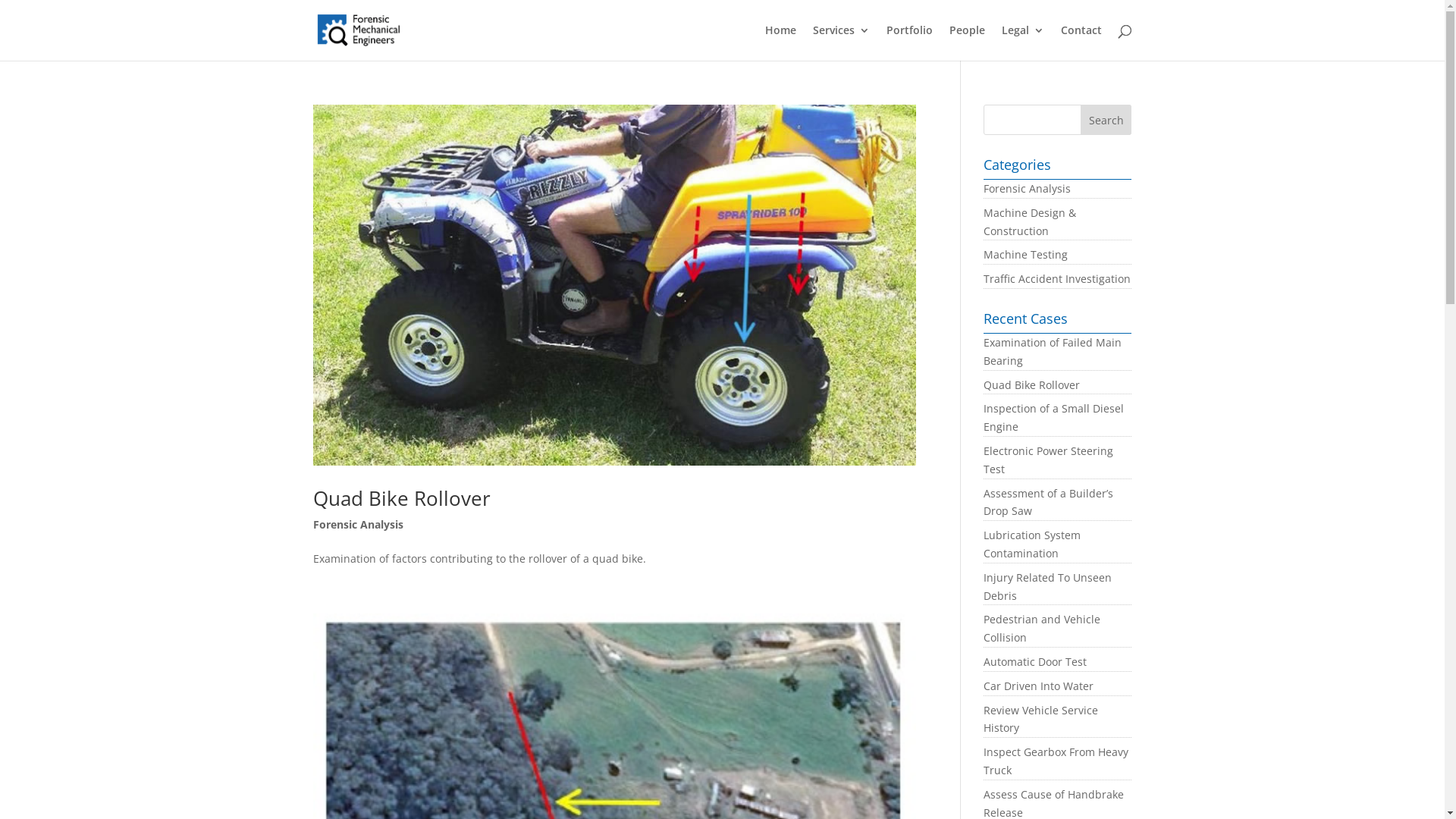  Describe the element at coordinates (1040, 718) in the screenshot. I see `'Review Vehicle Service History'` at that location.